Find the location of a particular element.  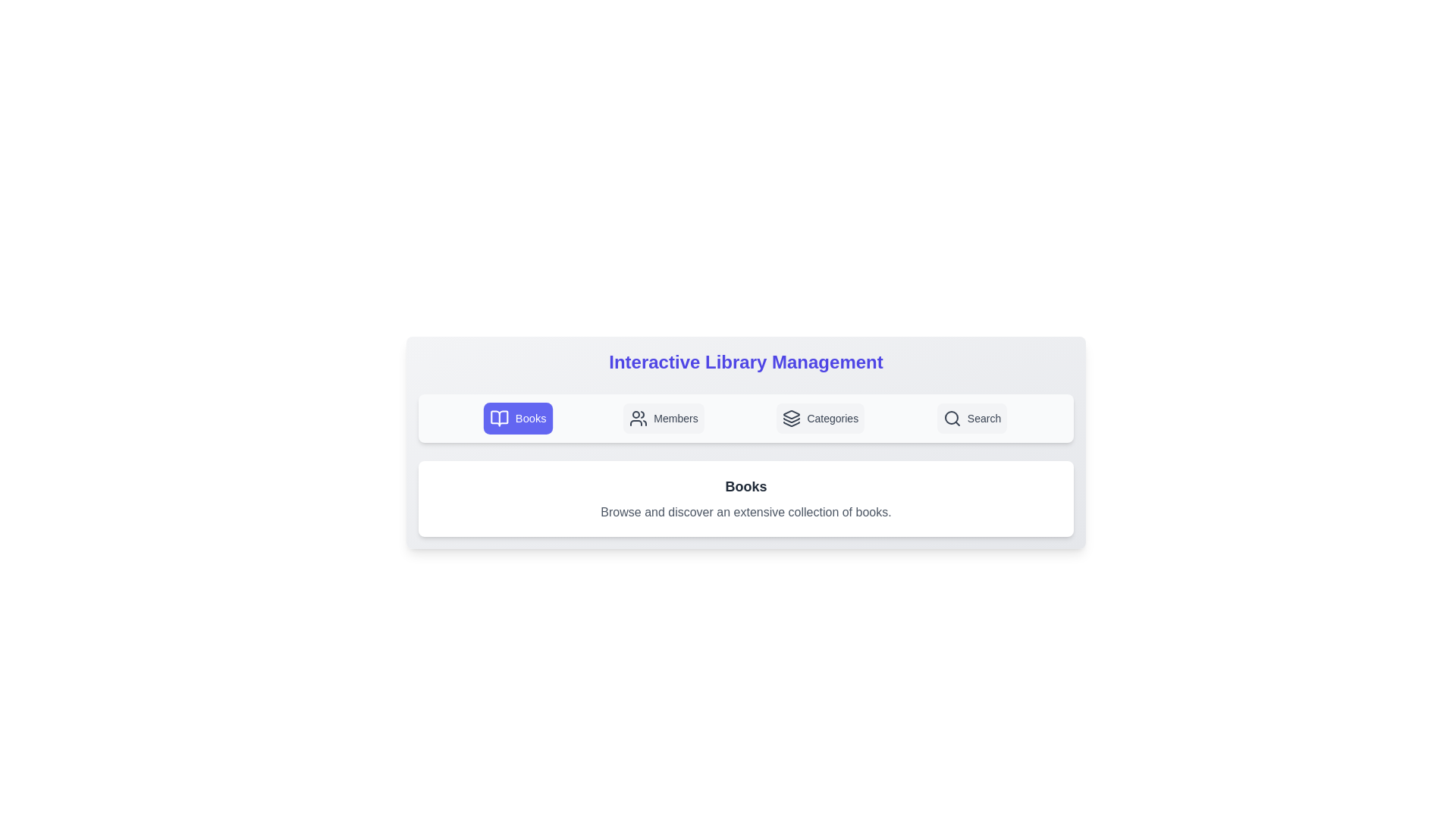

text of the 'Members' navigation button label, which is positioned next to an icon resembling a group of people in the horizontal navigation bar at the top of the interface is located at coordinates (675, 418).